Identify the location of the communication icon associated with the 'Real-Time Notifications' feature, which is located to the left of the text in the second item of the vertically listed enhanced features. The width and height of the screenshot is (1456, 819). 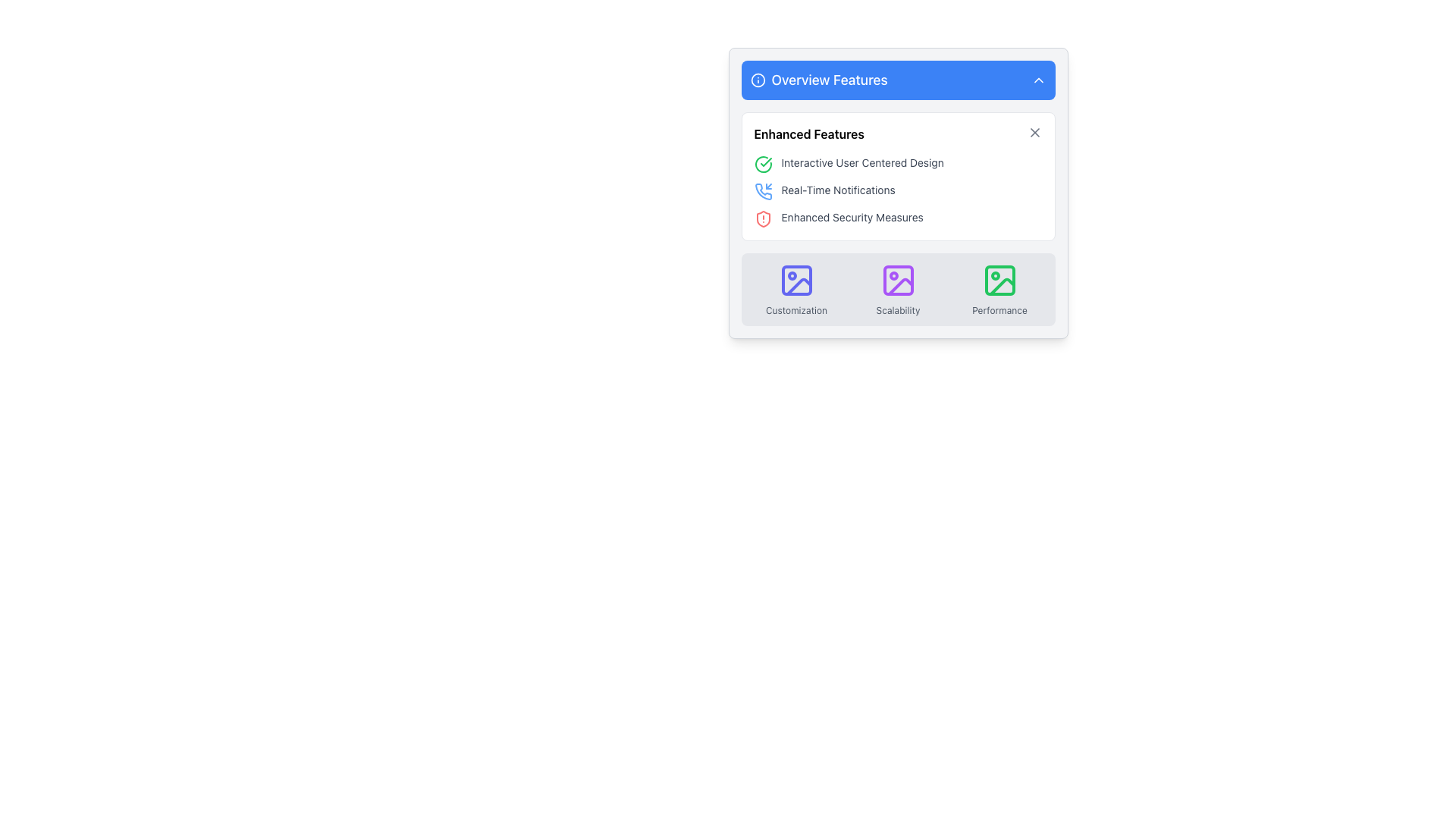
(763, 190).